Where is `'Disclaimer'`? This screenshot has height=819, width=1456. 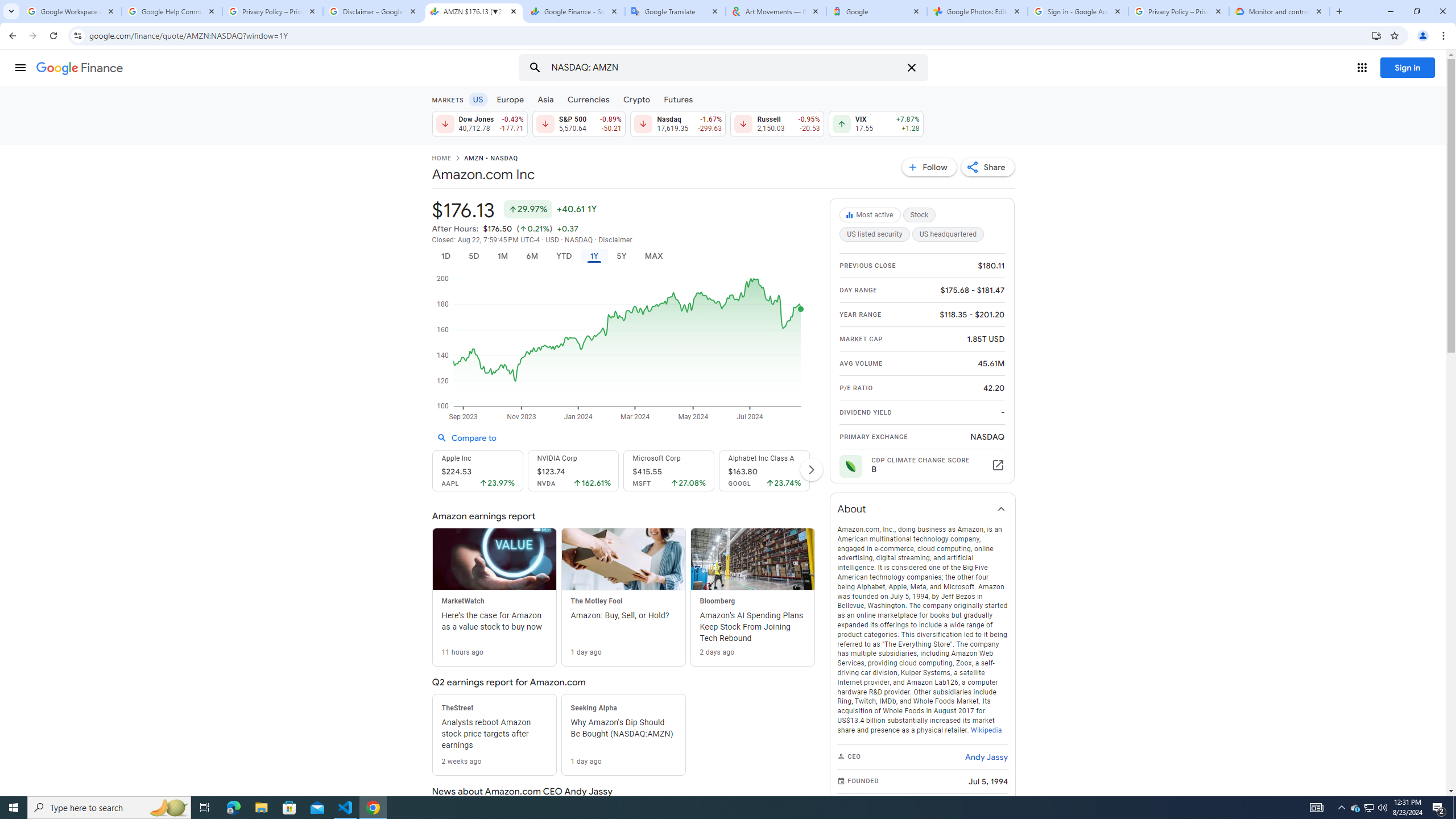 'Disclaimer' is located at coordinates (614, 239).